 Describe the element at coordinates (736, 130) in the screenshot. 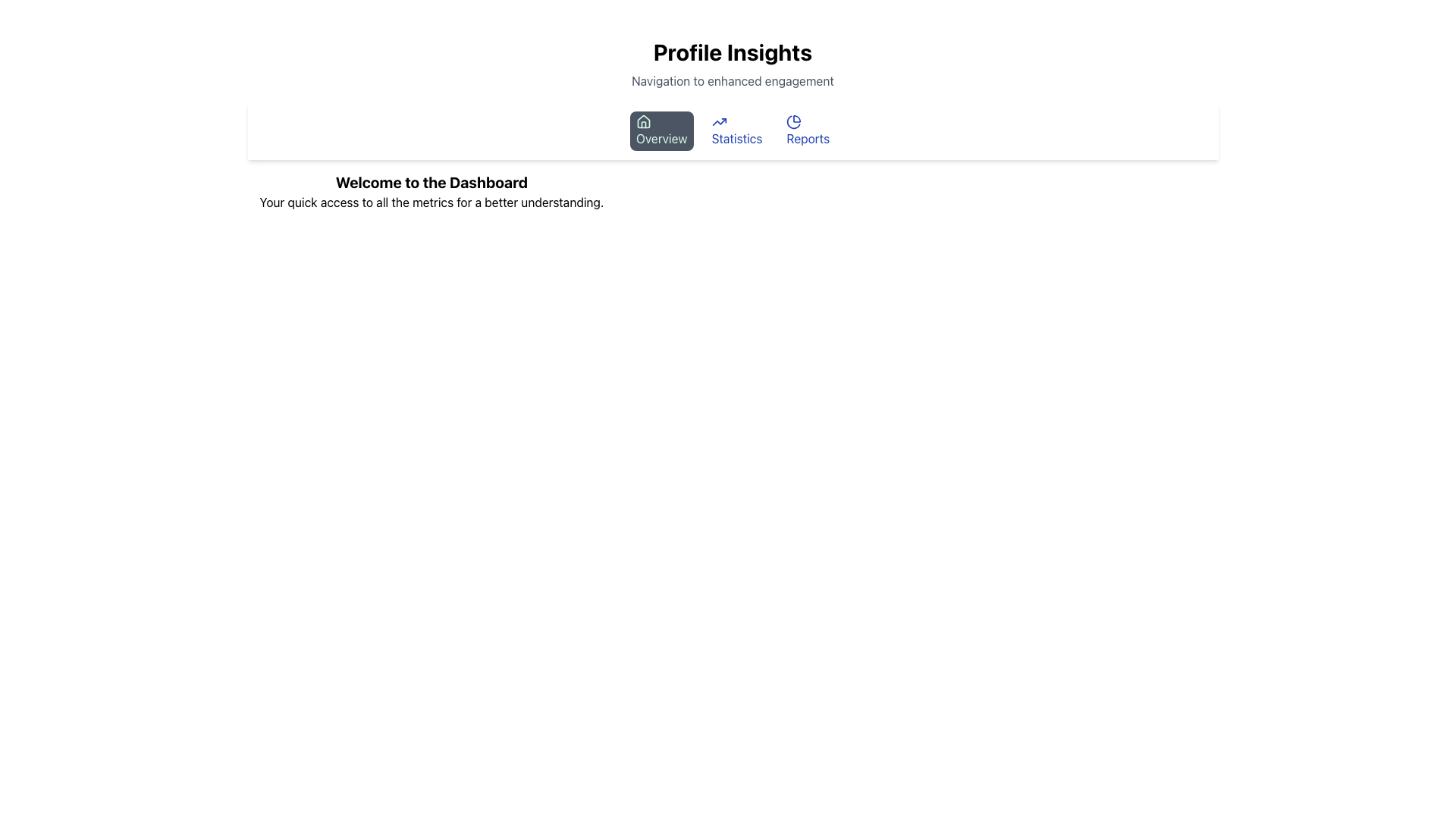

I see `the 'Statistics' button, which is a blue button with rounded corners located centrally below the 'Profile Insights' header` at that location.